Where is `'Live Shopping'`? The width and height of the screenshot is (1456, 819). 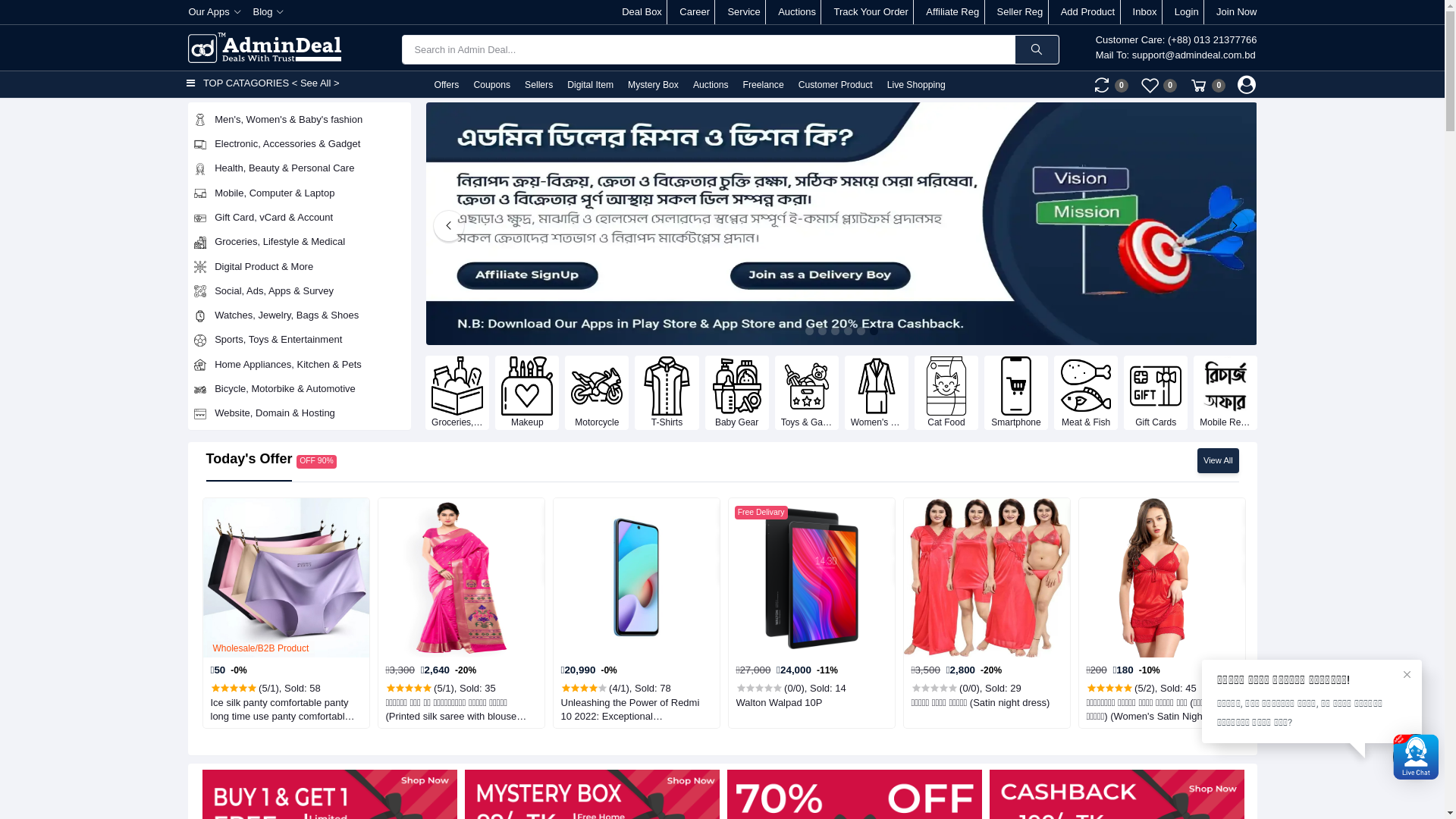
'Live Shopping' is located at coordinates (915, 84).